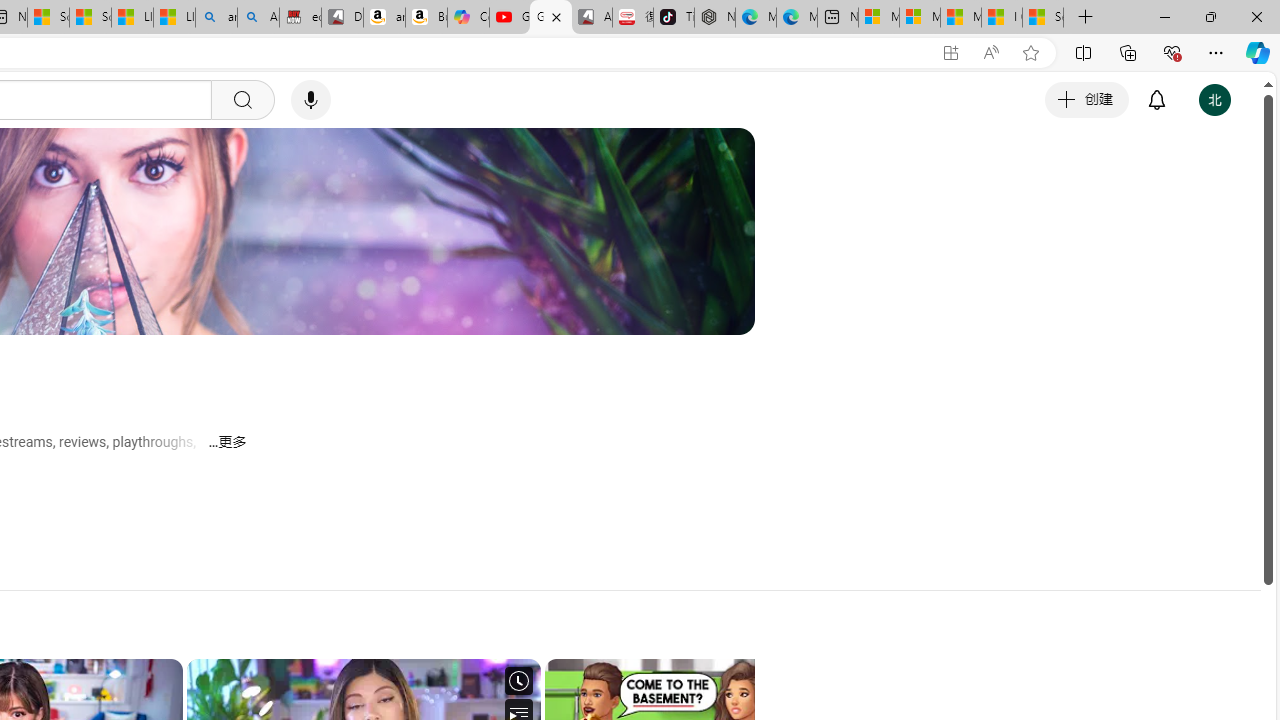 The height and width of the screenshot is (720, 1280). Describe the element at coordinates (467, 17) in the screenshot. I see `'Copilot'` at that location.